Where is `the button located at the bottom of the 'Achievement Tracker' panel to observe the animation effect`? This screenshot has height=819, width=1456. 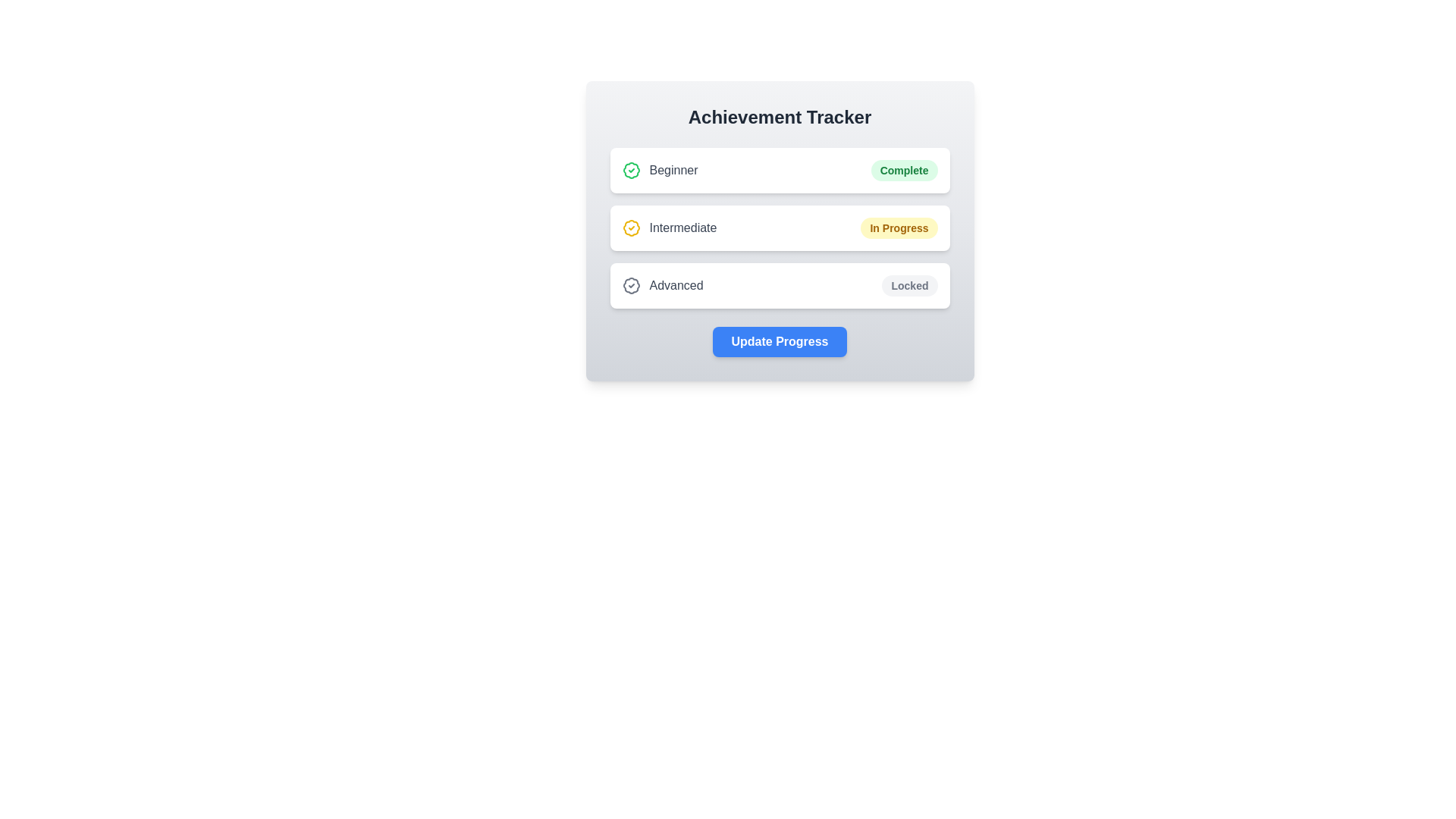
the button located at the bottom of the 'Achievement Tracker' panel to observe the animation effect is located at coordinates (780, 342).